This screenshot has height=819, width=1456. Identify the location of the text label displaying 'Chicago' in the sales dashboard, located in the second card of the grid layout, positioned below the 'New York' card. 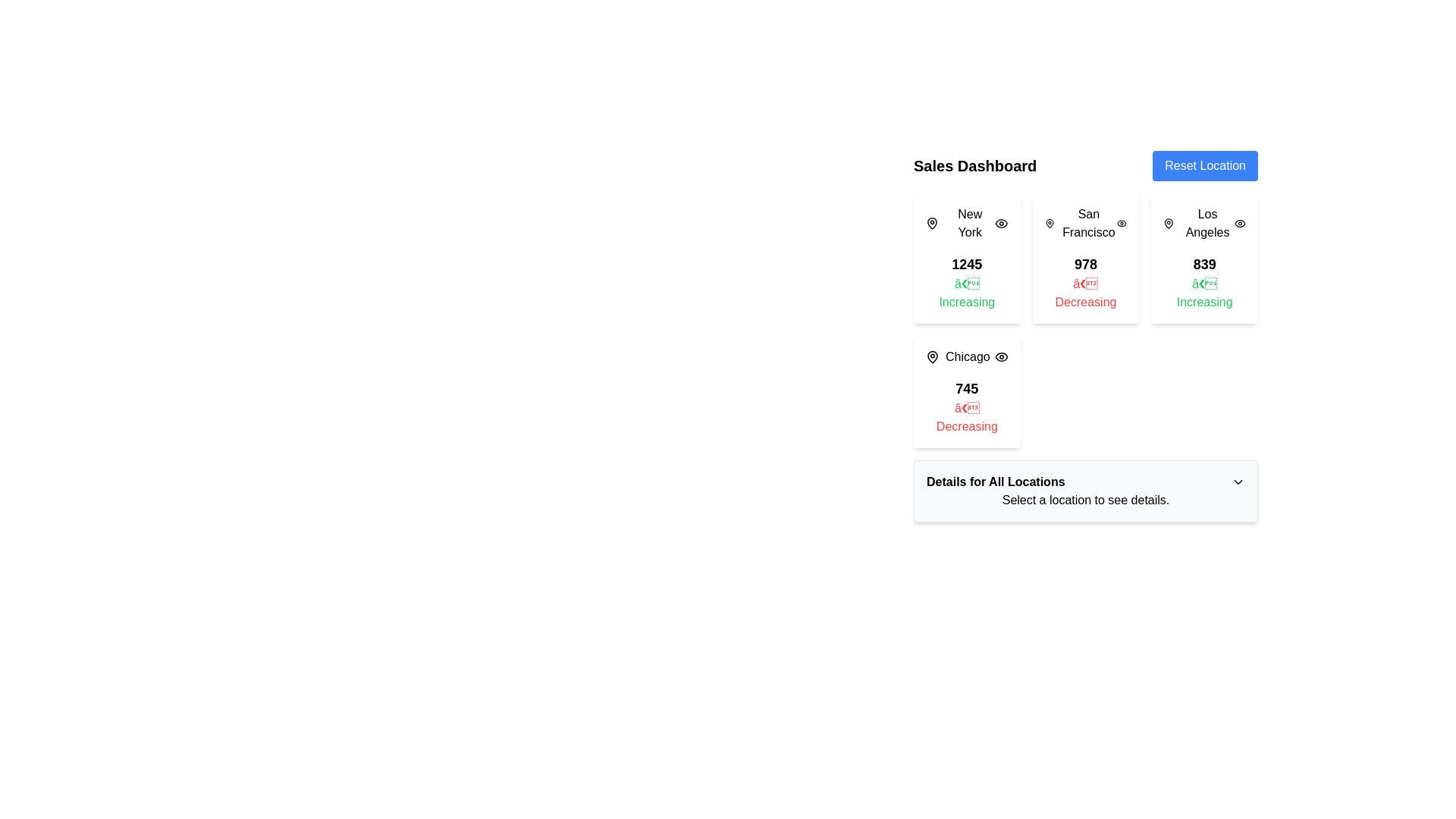
(967, 356).